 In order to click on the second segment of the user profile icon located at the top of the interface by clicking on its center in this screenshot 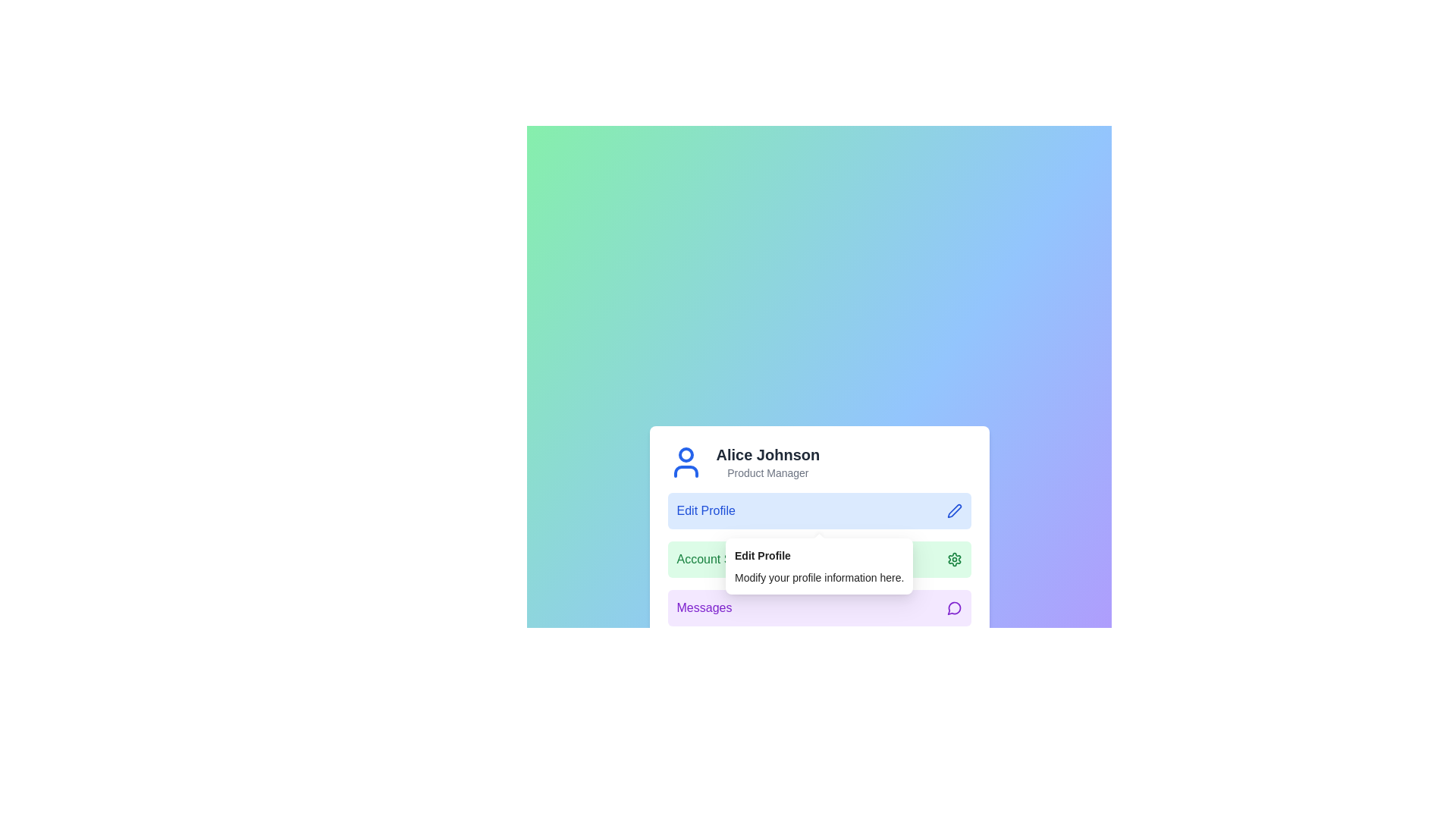, I will do `click(685, 470)`.